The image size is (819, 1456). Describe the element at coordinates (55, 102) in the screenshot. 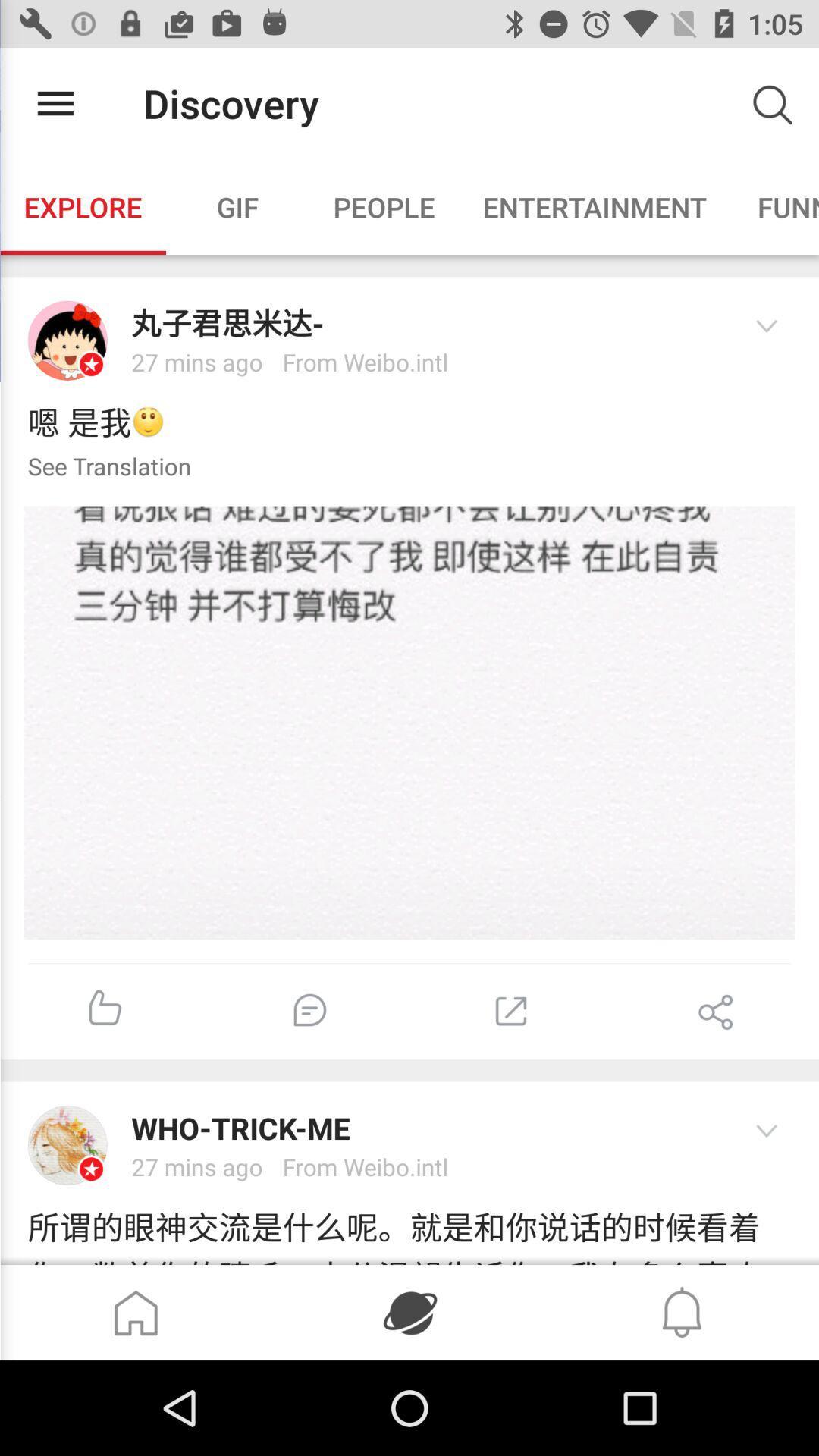

I see `the icon above the explore` at that location.